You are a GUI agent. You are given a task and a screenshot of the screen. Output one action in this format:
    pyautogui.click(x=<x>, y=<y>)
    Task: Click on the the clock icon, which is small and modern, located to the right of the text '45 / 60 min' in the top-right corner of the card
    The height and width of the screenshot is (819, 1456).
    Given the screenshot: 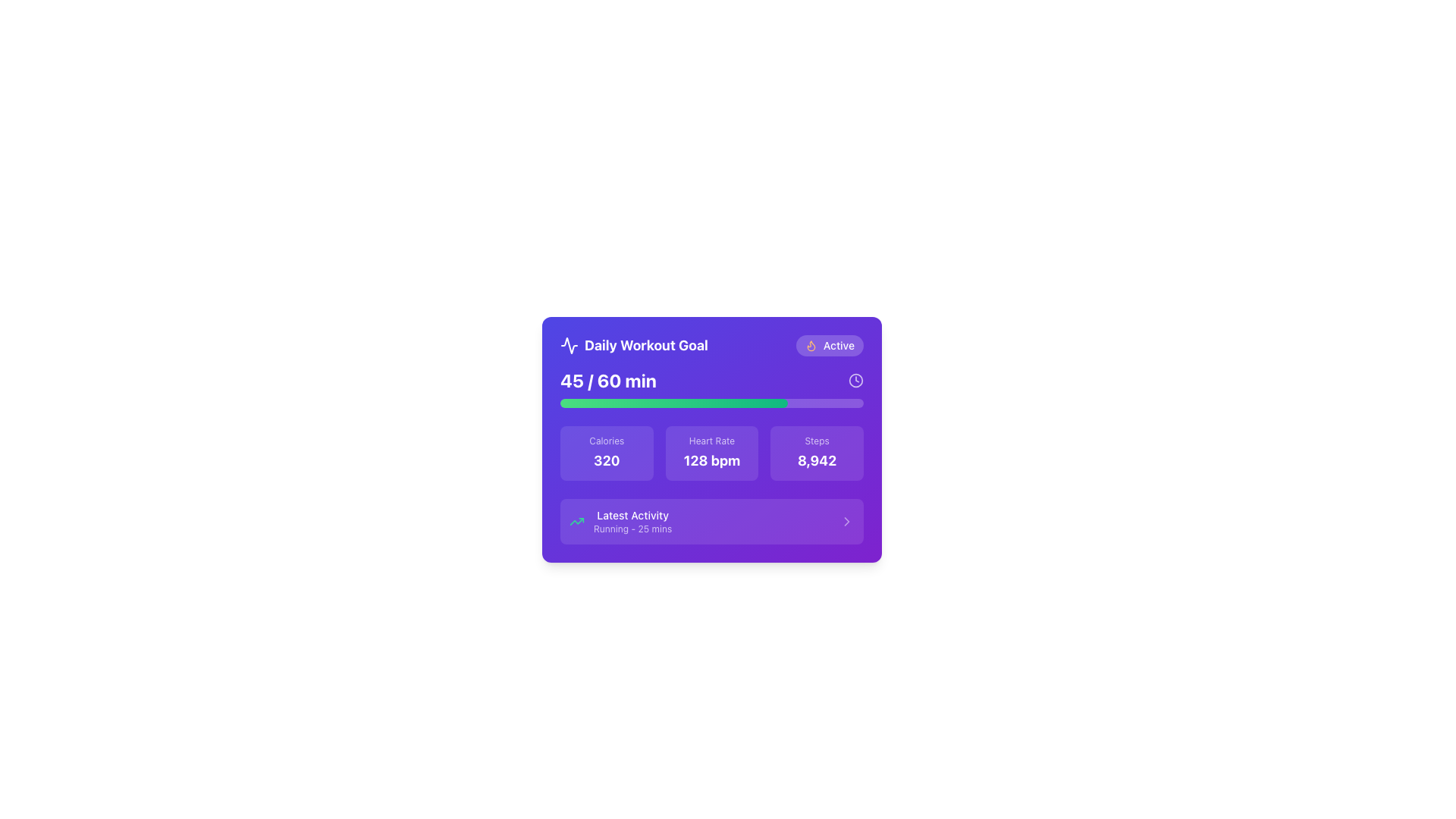 What is the action you would take?
    pyautogui.click(x=855, y=379)
    